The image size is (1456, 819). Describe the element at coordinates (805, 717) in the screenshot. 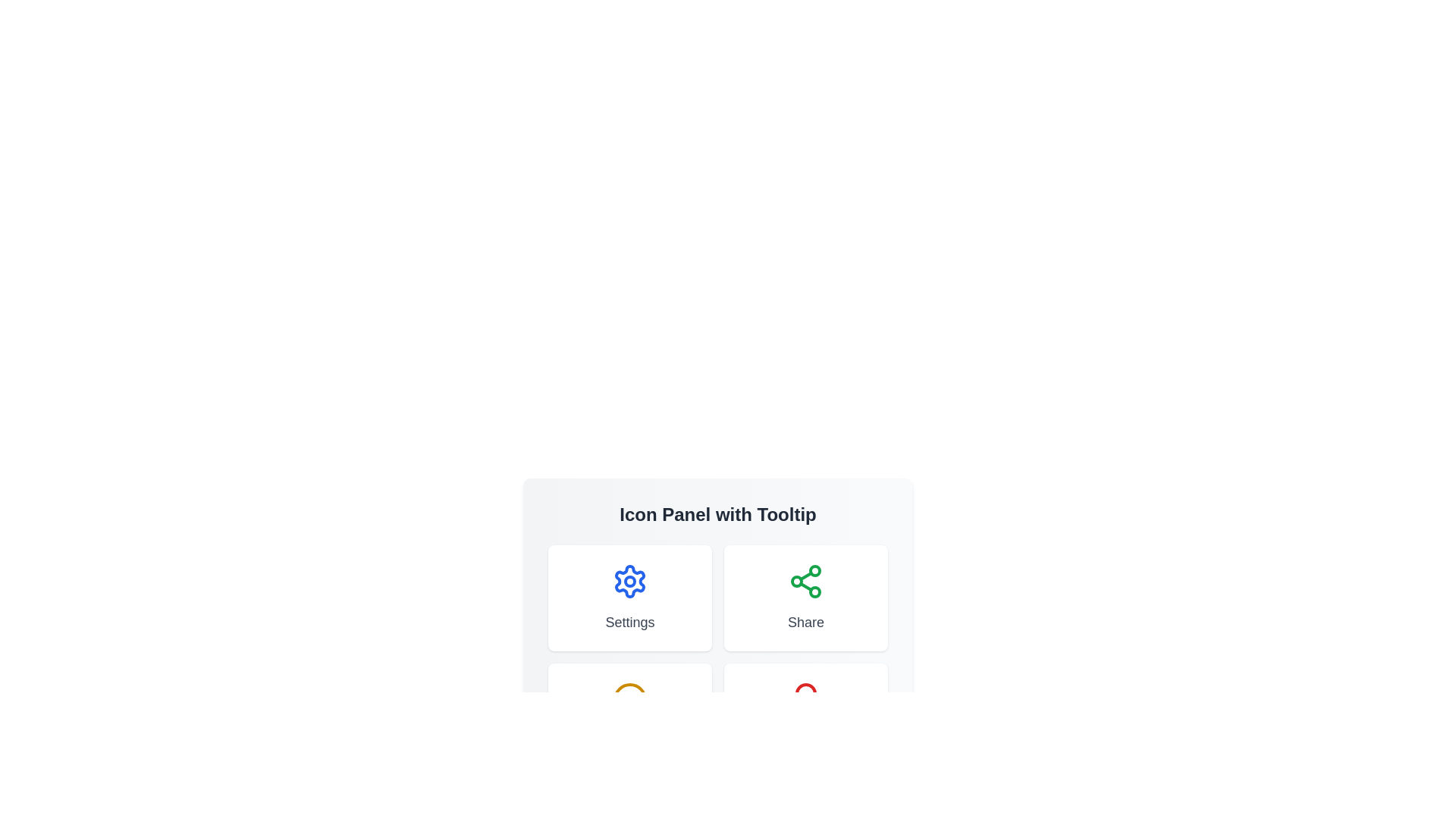

I see `the notifications button, which has a white background, a circular red bell icon at the top, and the text 'Notifications' in gray, located at the bottom-right of a 2x2 grid` at that location.